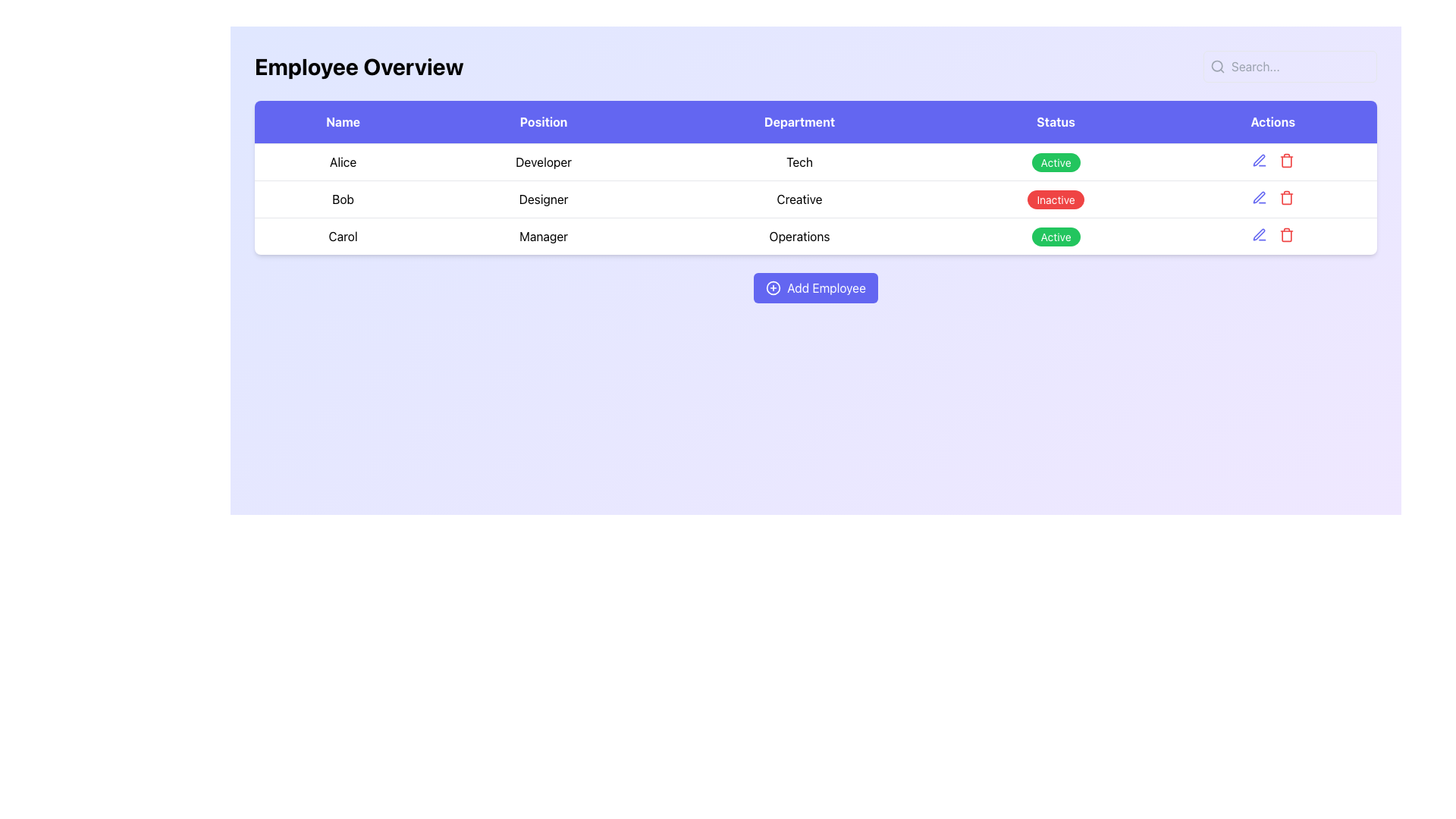 This screenshot has width=1456, height=819. Describe the element at coordinates (1055, 121) in the screenshot. I see `the 'Status' header label in the table, which is the fourth item in the horizontal header row, located between the 'Department' and 'Actions' columns` at that location.